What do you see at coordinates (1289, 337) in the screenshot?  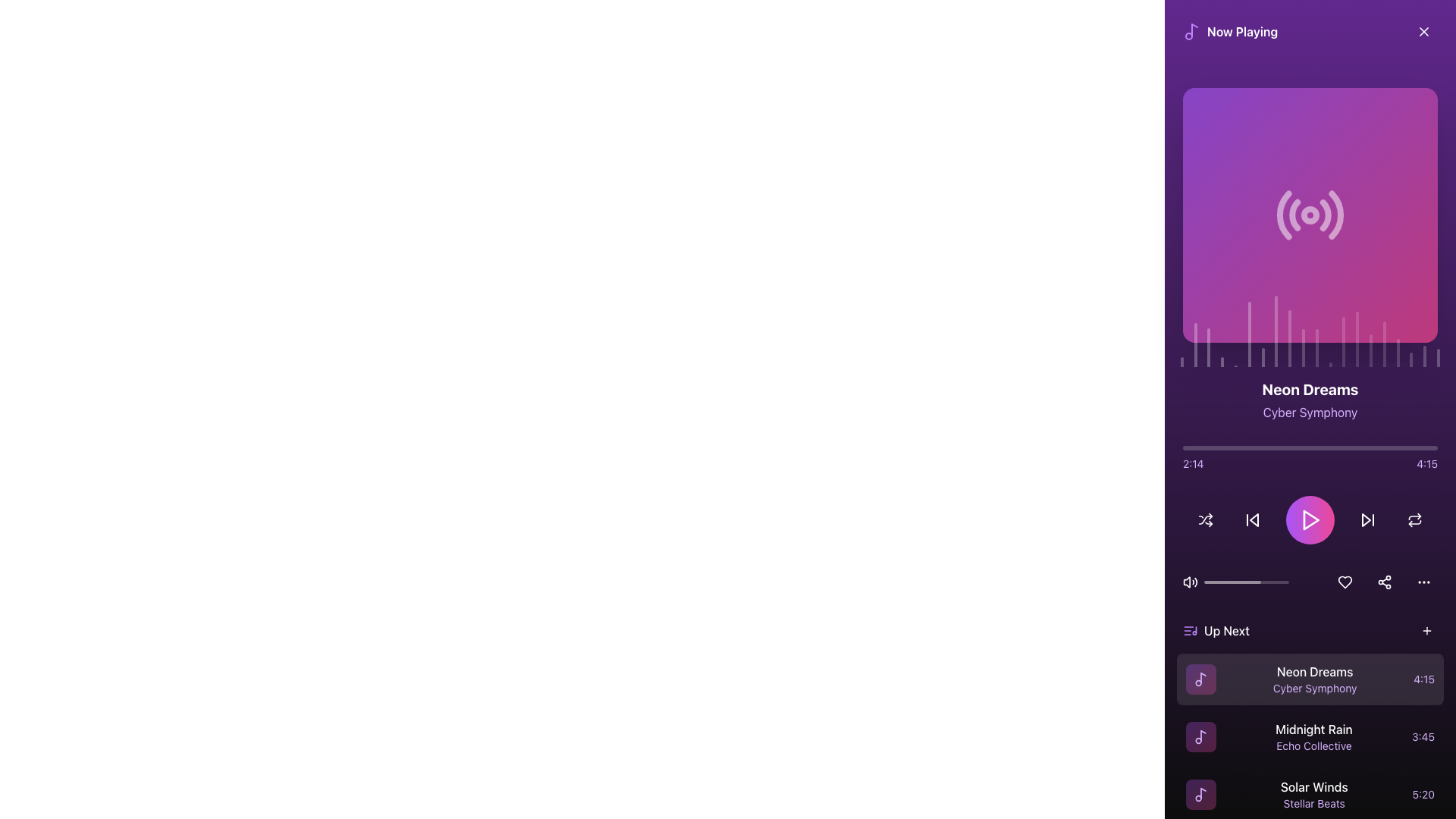 I see `the 9th audio visualization bar, which is a narrow vertical bar with a rounded top and a pulsing animation, located below the audio artwork and above the music timeline slider` at bounding box center [1289, 337].